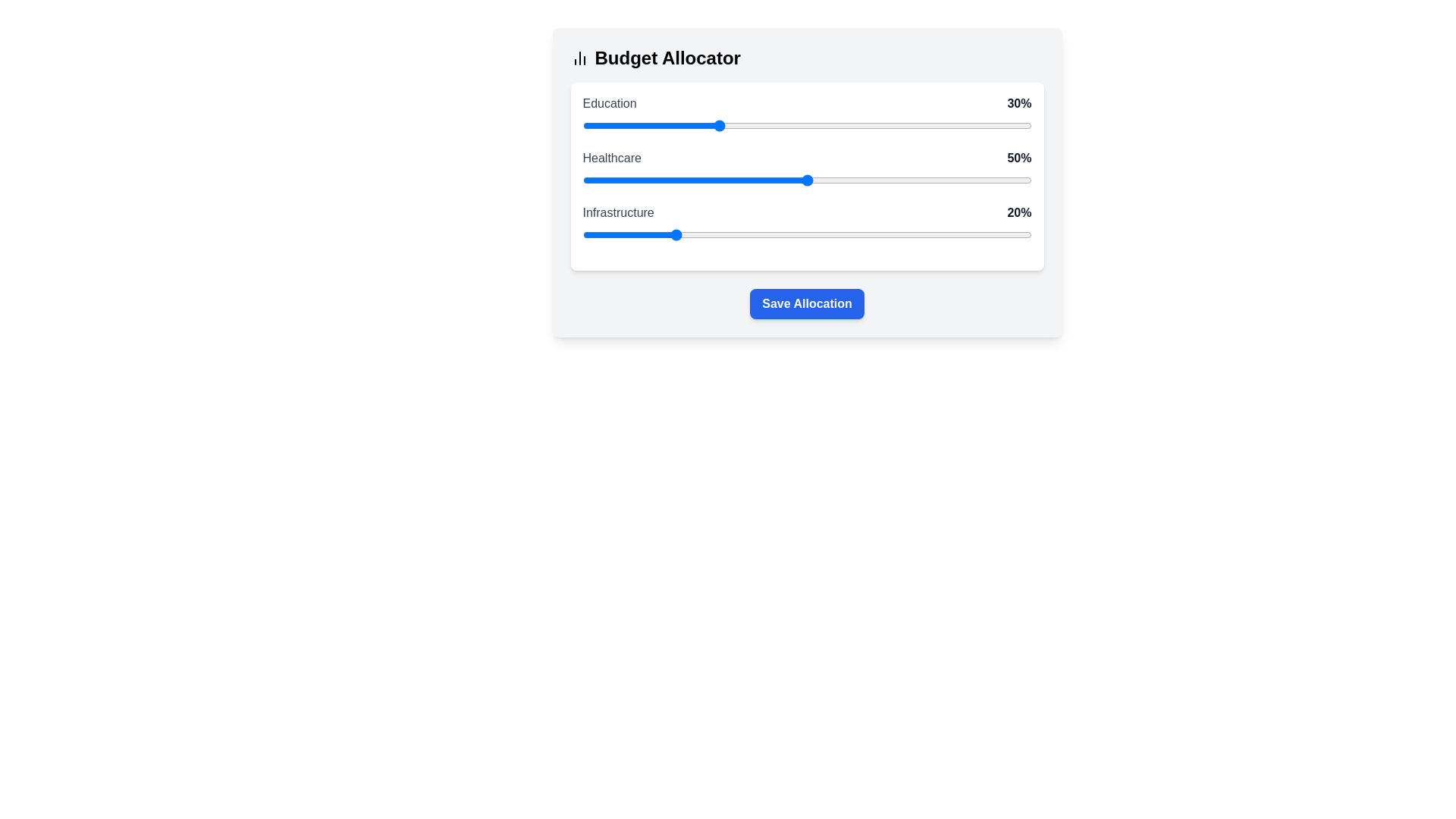  I want to click on healthcare allocation, so click(874, 180).